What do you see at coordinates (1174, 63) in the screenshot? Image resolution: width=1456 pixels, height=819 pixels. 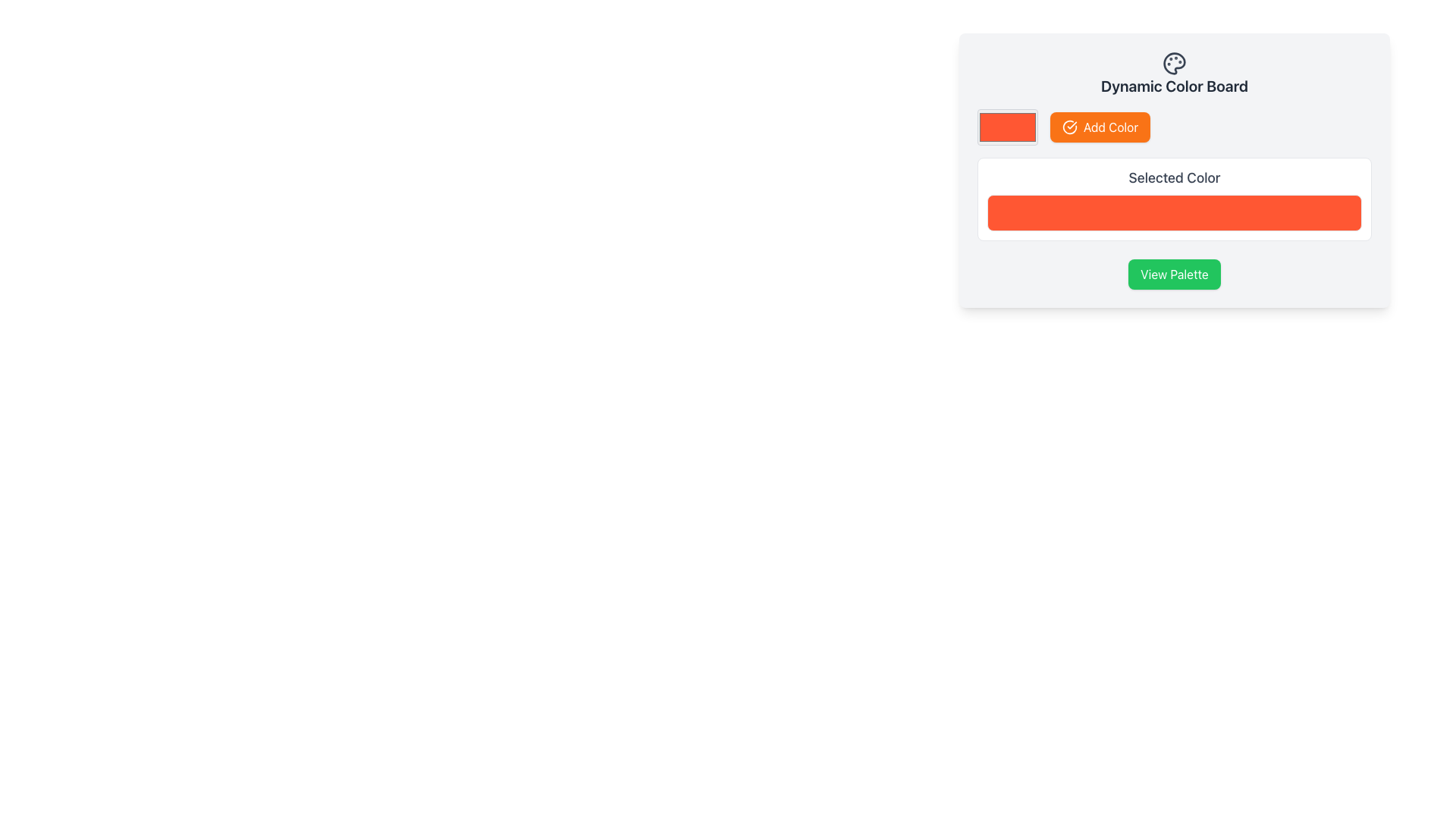 I see `the painter's palette icon located at the top center of the 'Dynamic Color Board' component for potential interaction` at bounding box center [1174, 63].